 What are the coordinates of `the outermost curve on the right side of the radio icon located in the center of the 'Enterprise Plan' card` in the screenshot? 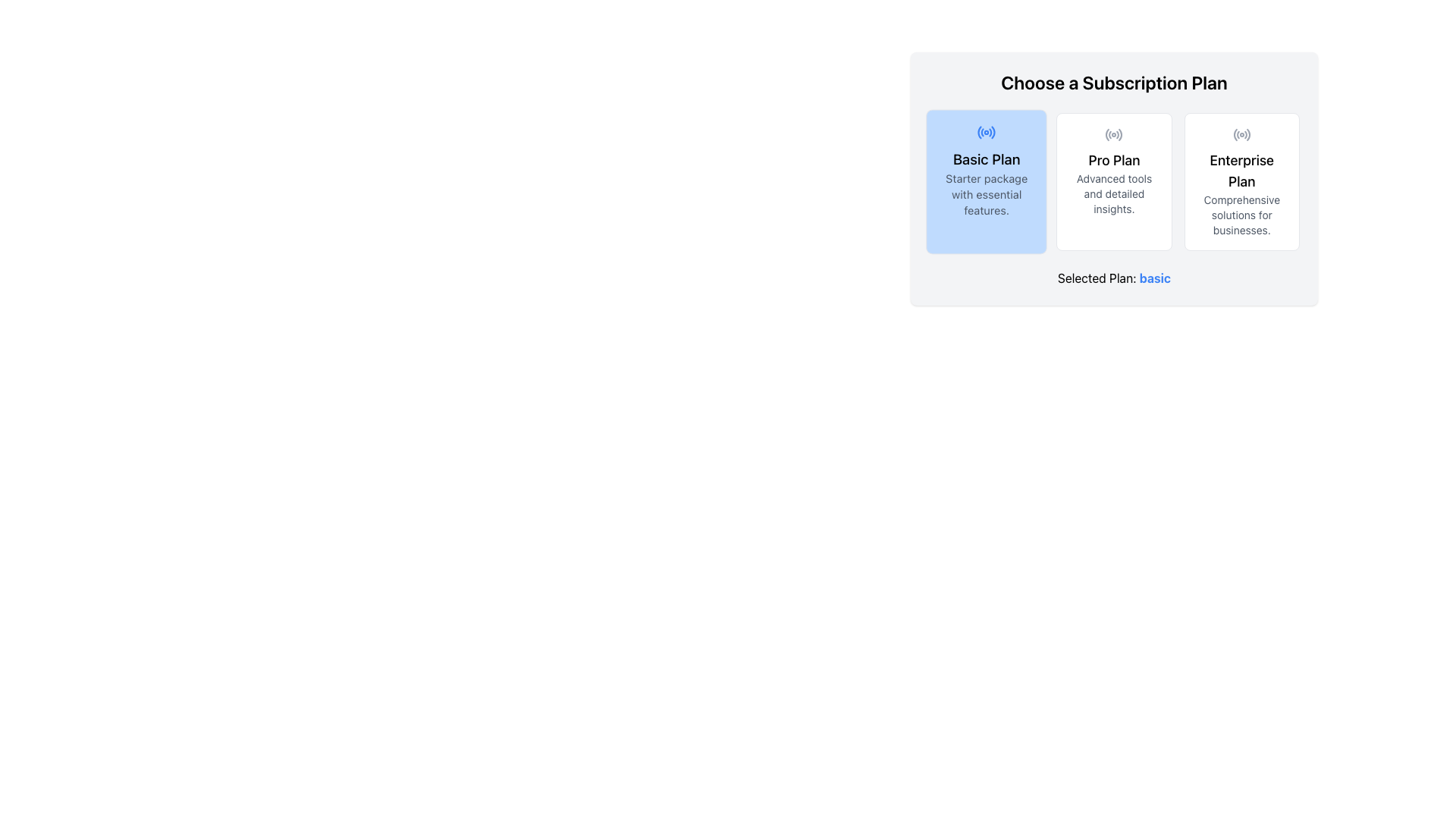 It's located at (1248, 133).